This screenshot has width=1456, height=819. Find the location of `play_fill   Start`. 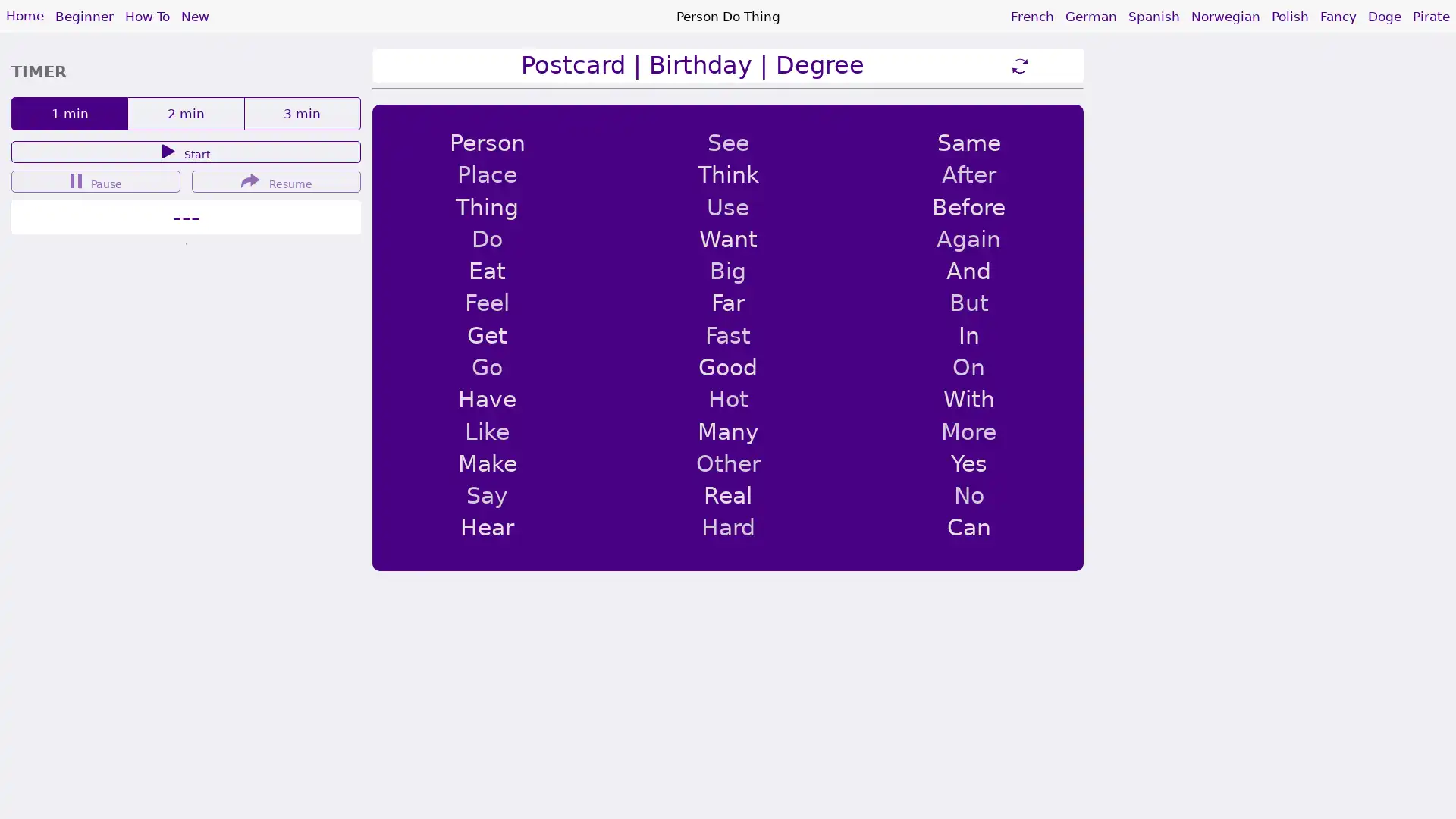

play_fill   Start is located at coordinates (185, 152).